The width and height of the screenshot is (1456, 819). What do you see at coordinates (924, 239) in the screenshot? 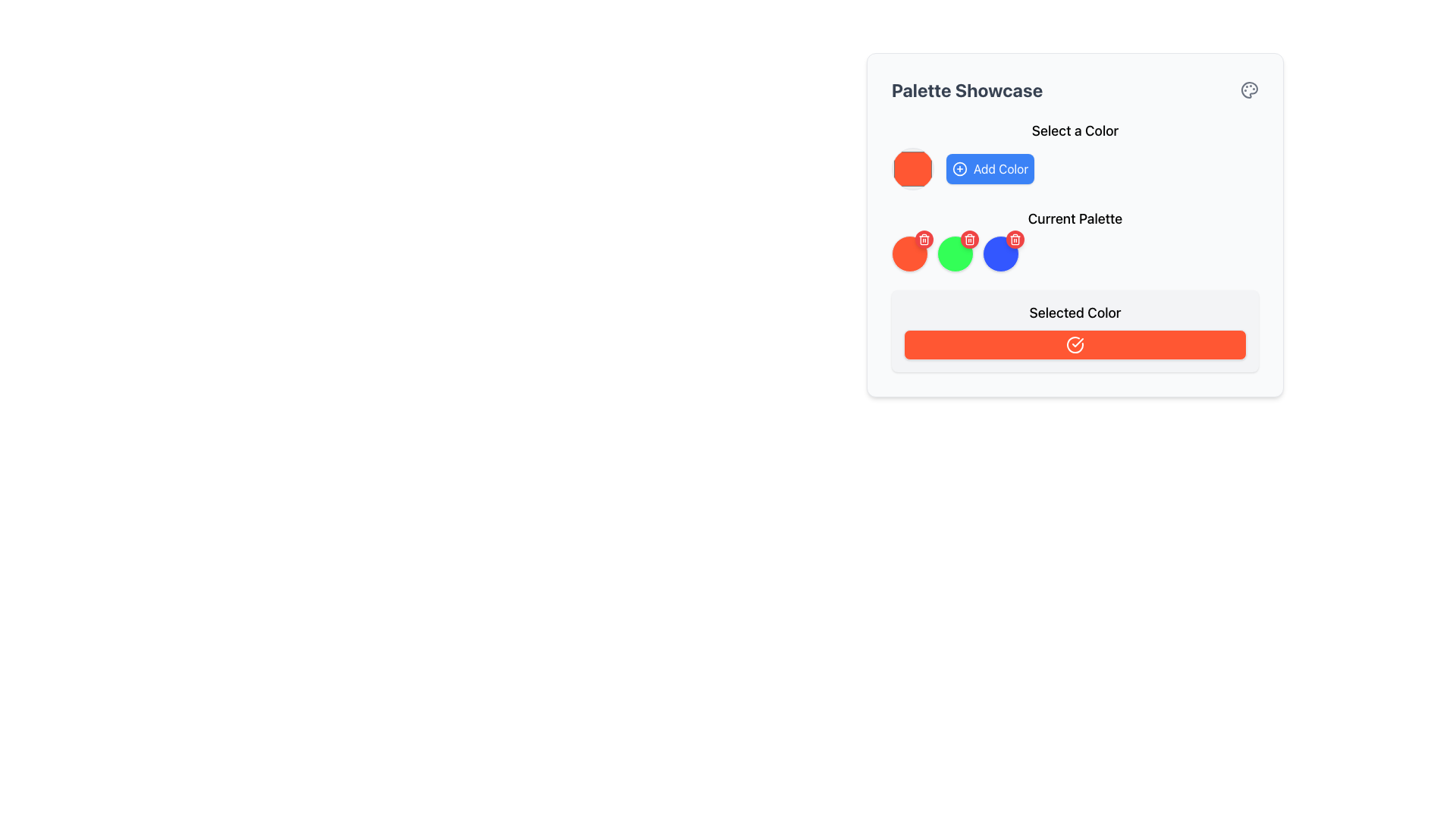
I see `the small circular red button with a white trash can icon in the top-right corner of the 'Current Palette' section of the 'Palette Showcase' interface` at bounding box center [924, 239].